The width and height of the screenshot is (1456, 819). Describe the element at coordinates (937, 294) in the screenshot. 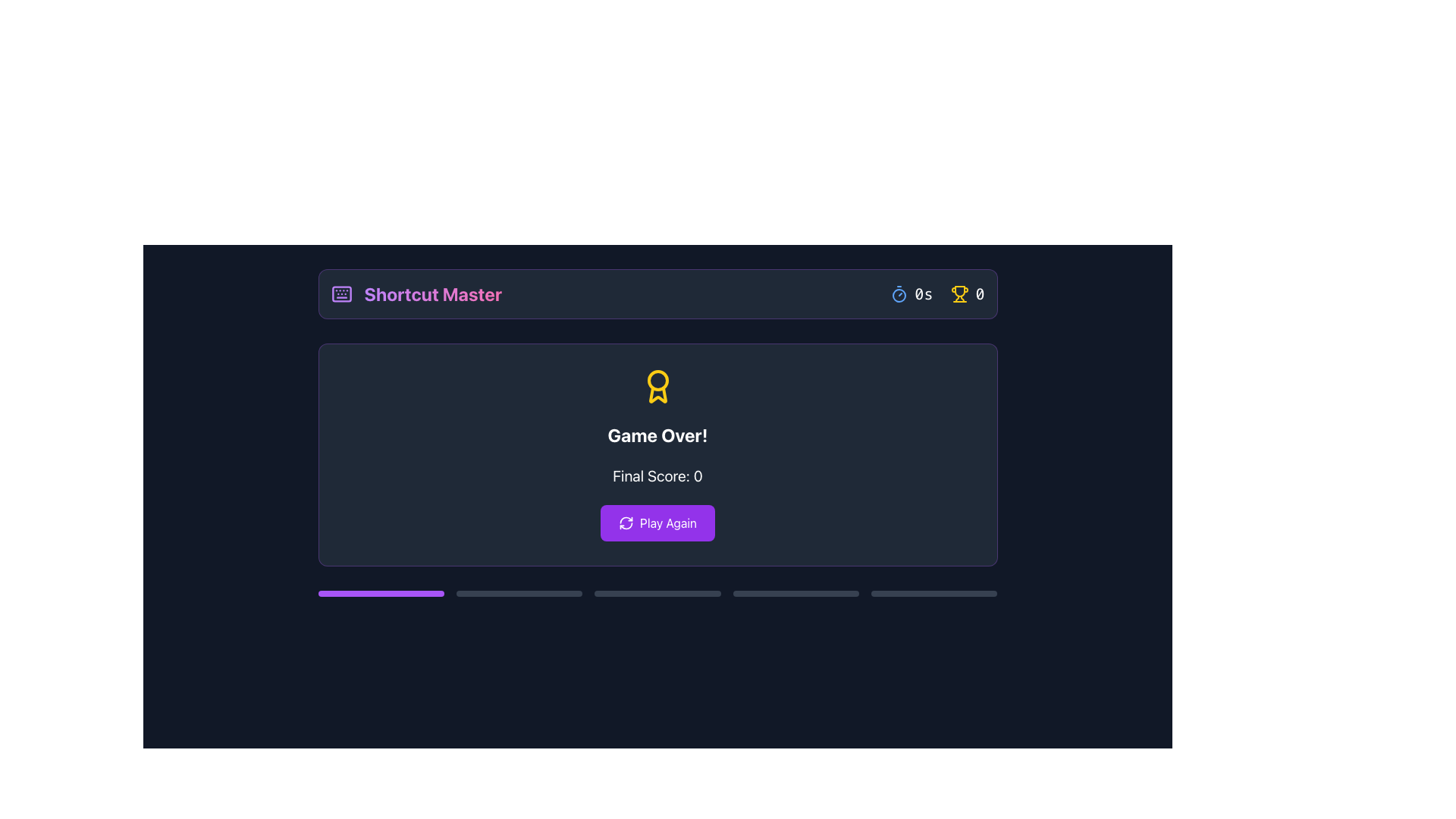

I see `tooltips of the icons in the status display component, which includes a blue stopwatch icon and a yellow trophy icon, located in the top-right section of the application's header` at that location.